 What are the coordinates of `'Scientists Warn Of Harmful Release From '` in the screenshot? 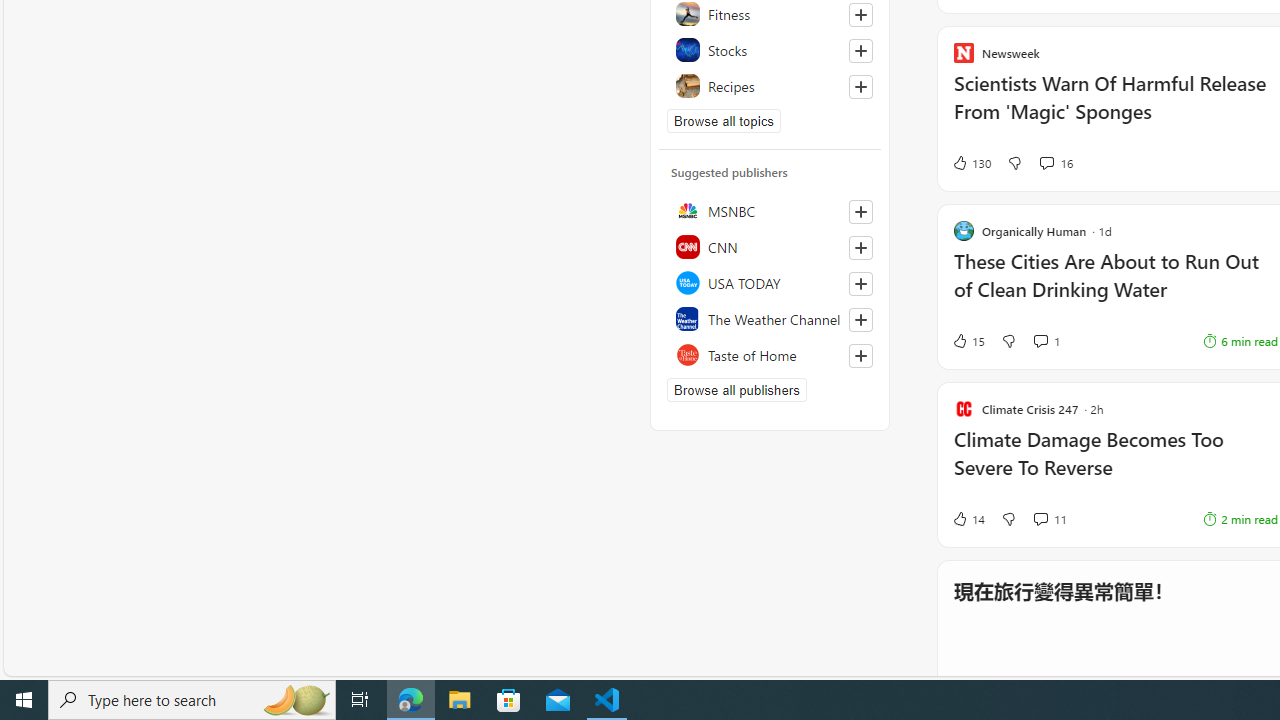 It's located at (1114, 108).